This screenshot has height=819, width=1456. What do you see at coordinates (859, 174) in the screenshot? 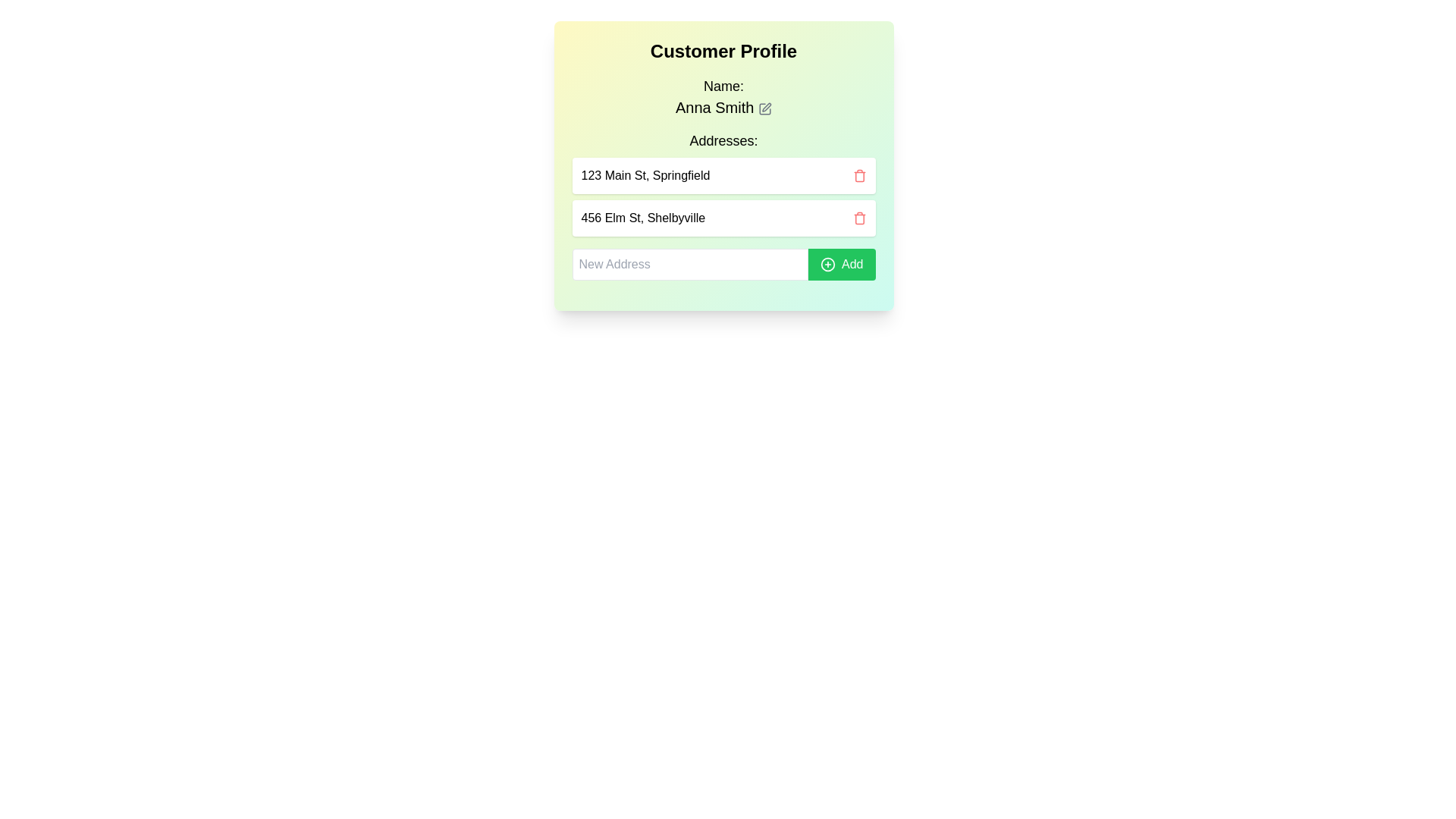
I see `the delete IconButton located in the upper-right corner of the first address block, next to '123 Main St, Springfield'` at bounding box center [859, 174].